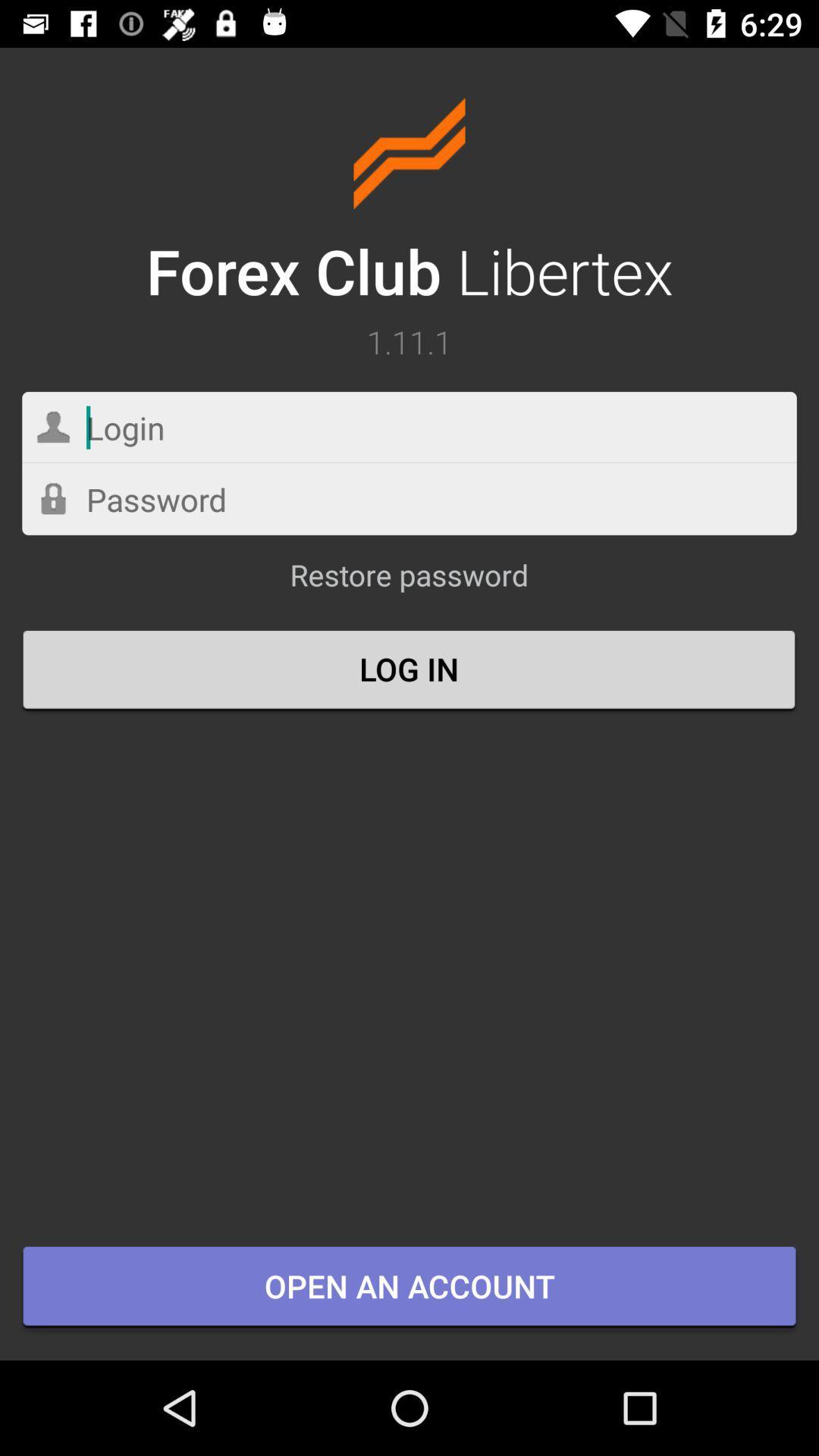 The height and width of the screenshot is (1456, 819). I want to click on login, so click(409, 427).